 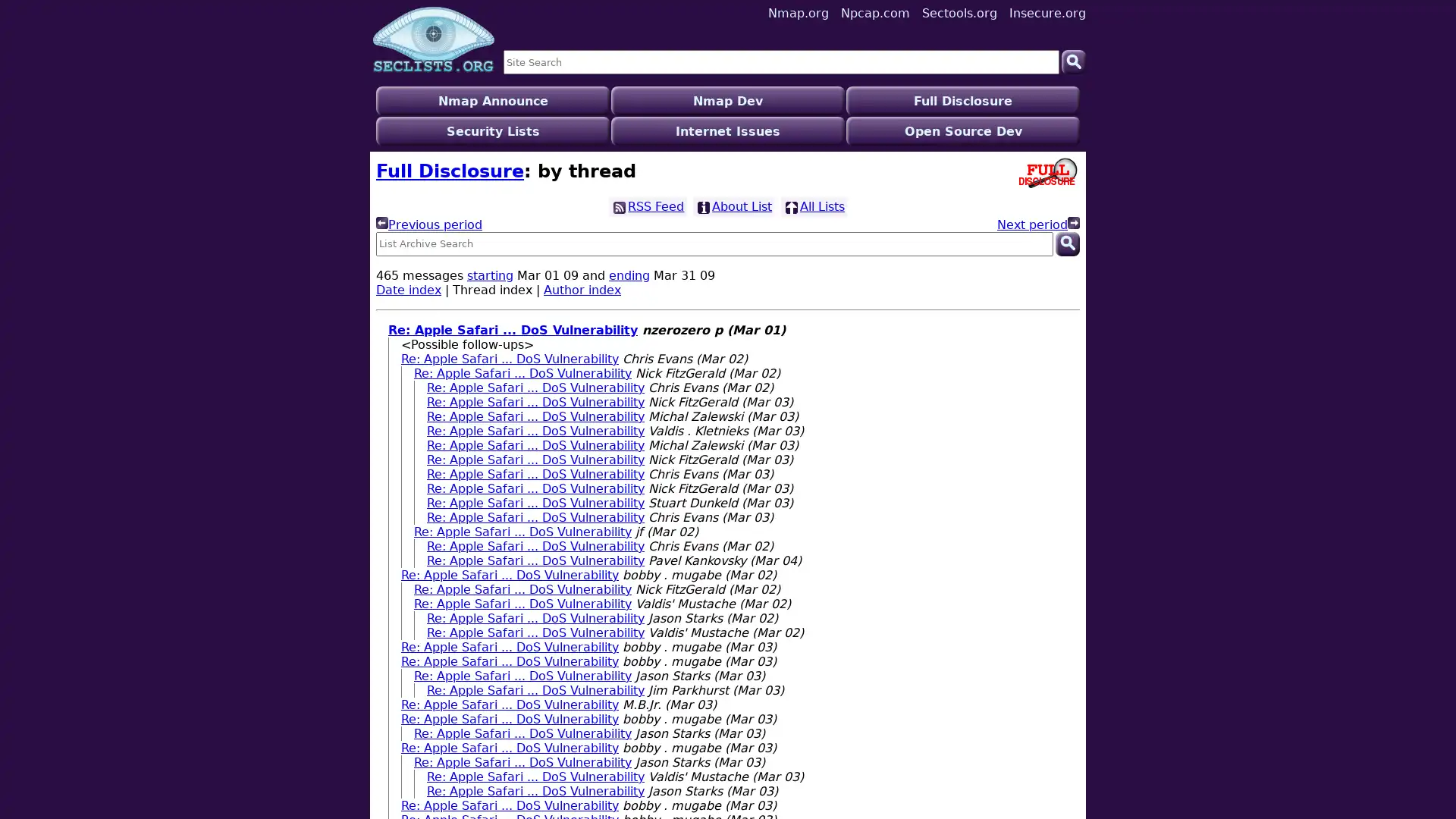 What do you see at coordinates (1066, 213) in the screenshot?
I see `Search` at bounding box center [1066, 213].